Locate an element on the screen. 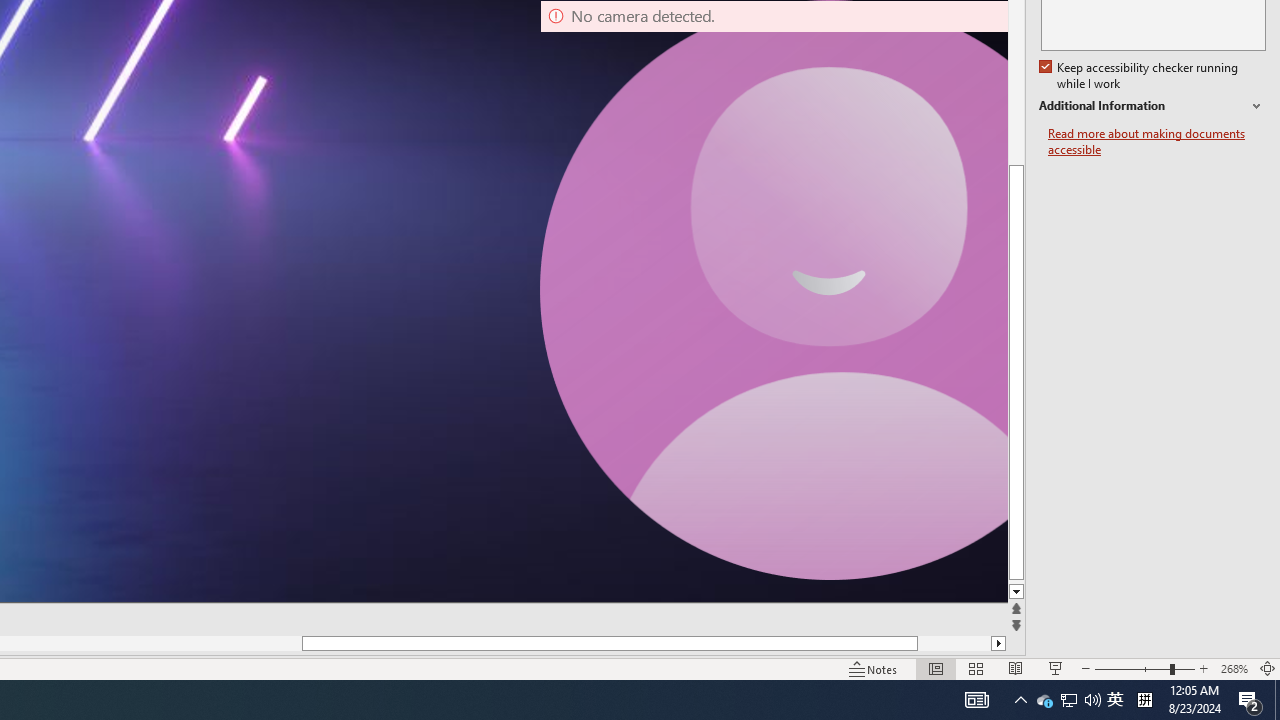  'Slide Show' is located at coordinates (1055, 669).